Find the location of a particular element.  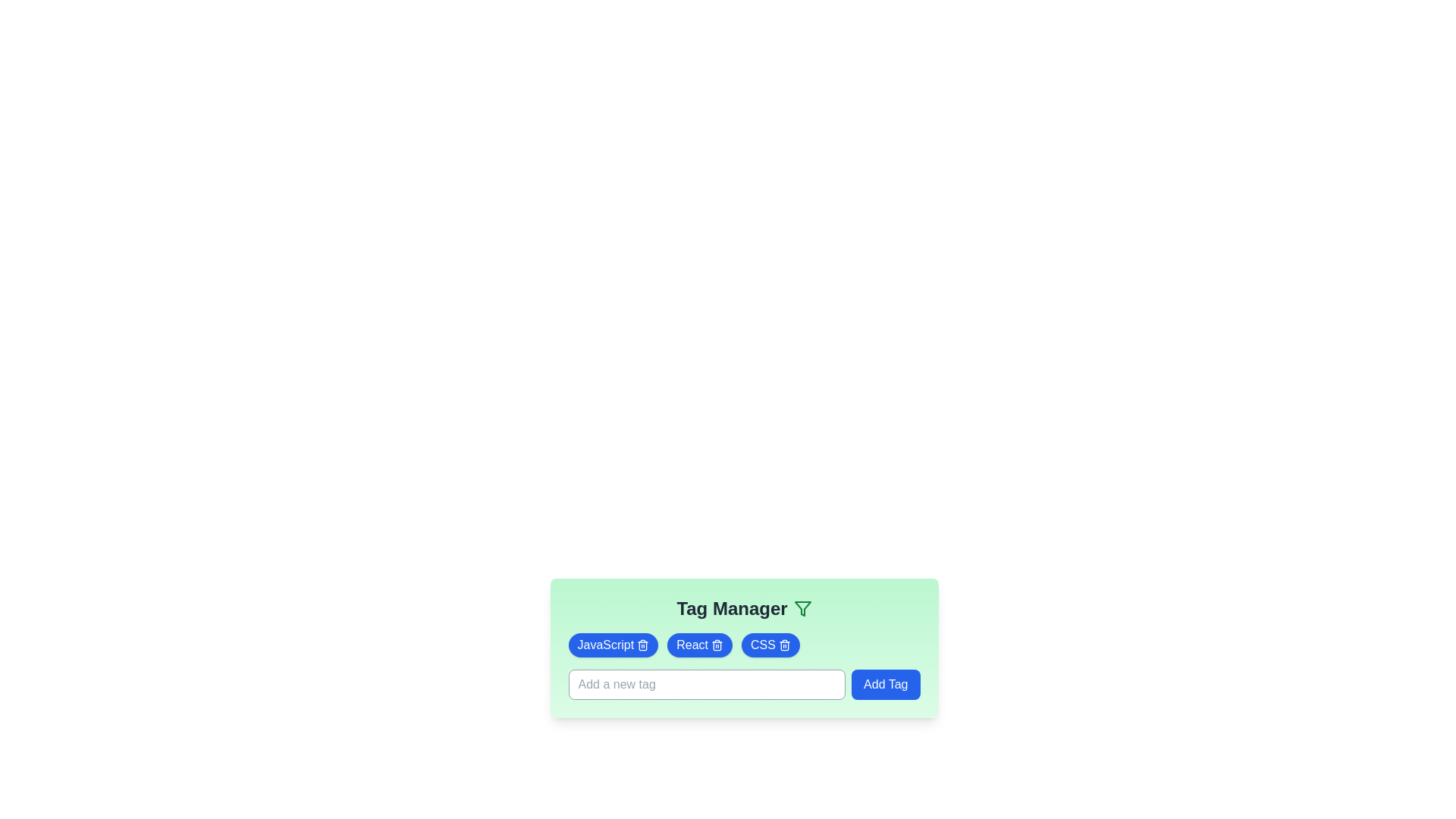

the 'JavaScript' tag label in the tag management system is located at coordinates (604, 645).